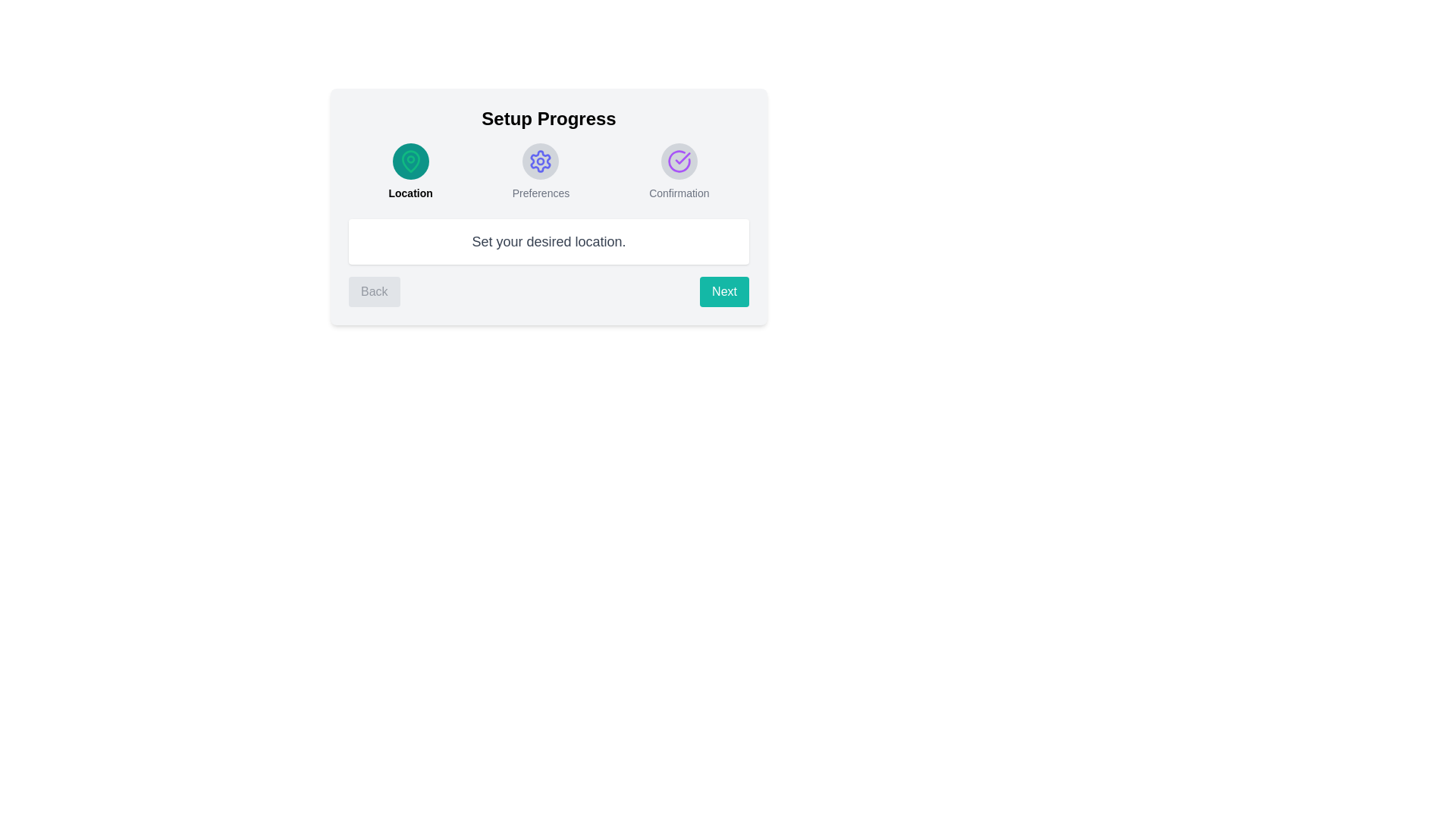 This screenshot has width=1456, height=819. I want to click on the 'Next' button to proceed to the next step, so click(723, 292).